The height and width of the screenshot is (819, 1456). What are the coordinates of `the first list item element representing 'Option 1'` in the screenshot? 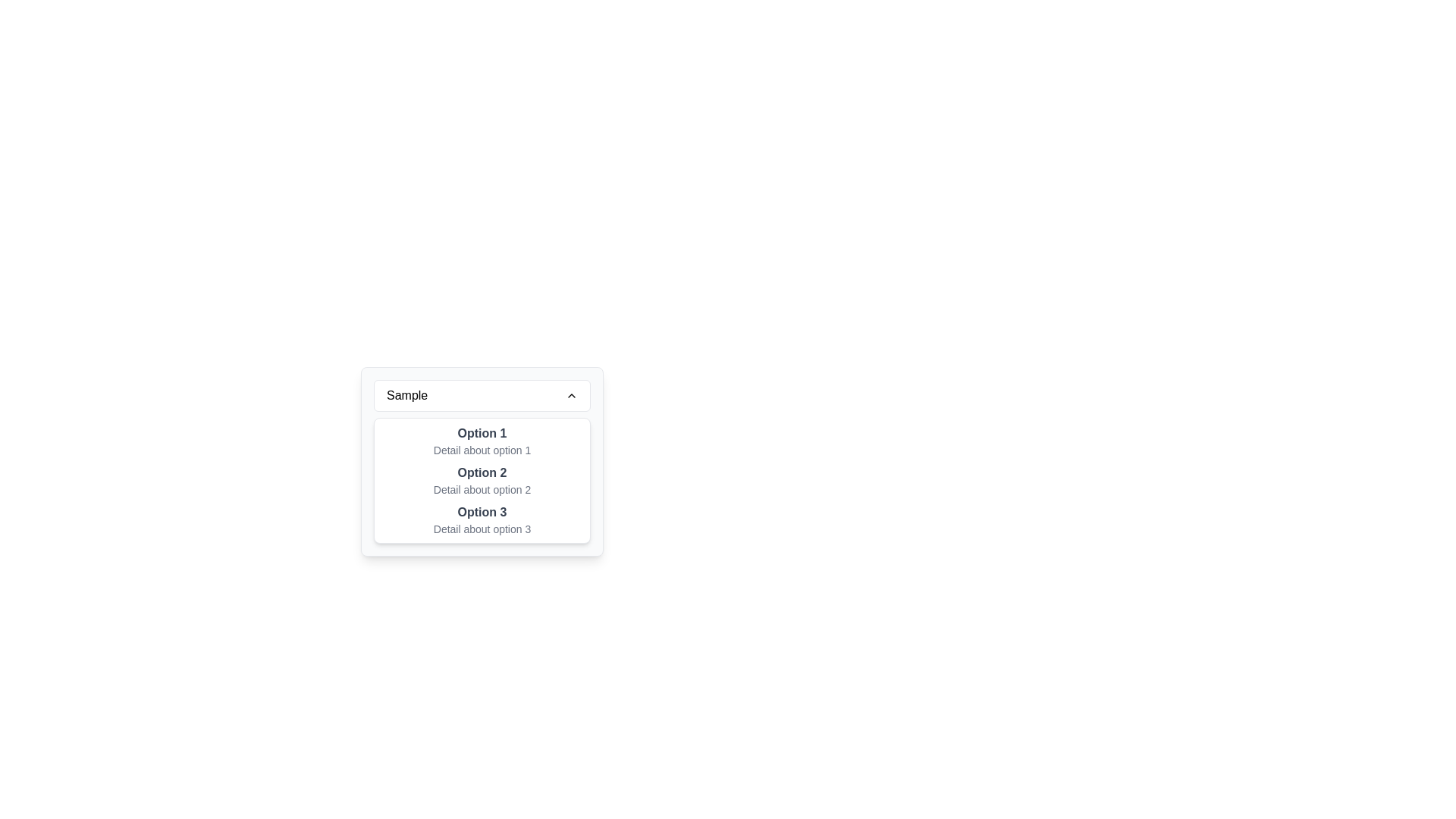 It's located at (481, 441).